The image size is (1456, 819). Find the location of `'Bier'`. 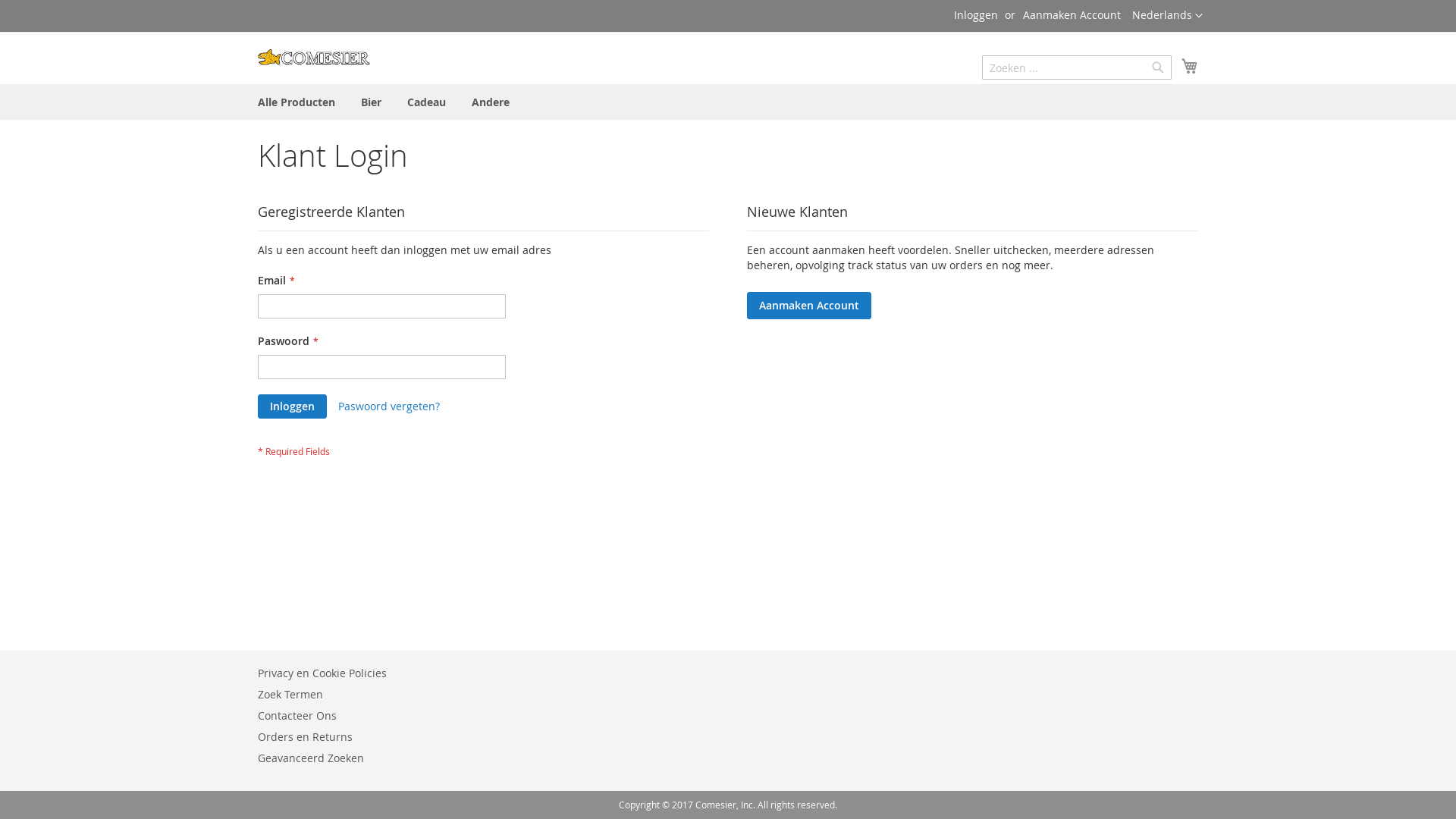

'Bier' is located at coordinates (371, 102).